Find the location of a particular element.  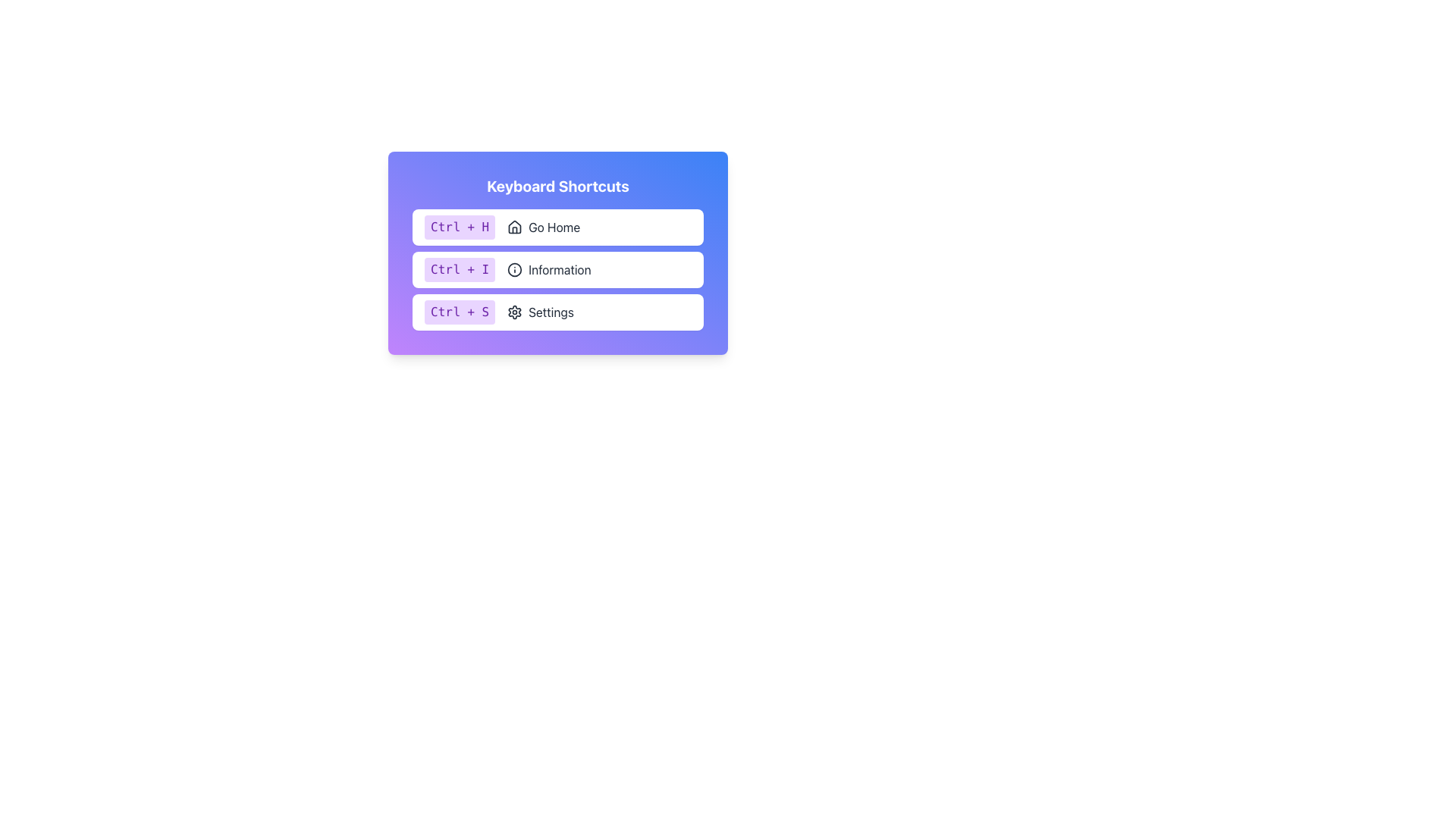

the settings button, which is the third button in a vertically stacked group of three buttons is located at coordinates (557, 312).